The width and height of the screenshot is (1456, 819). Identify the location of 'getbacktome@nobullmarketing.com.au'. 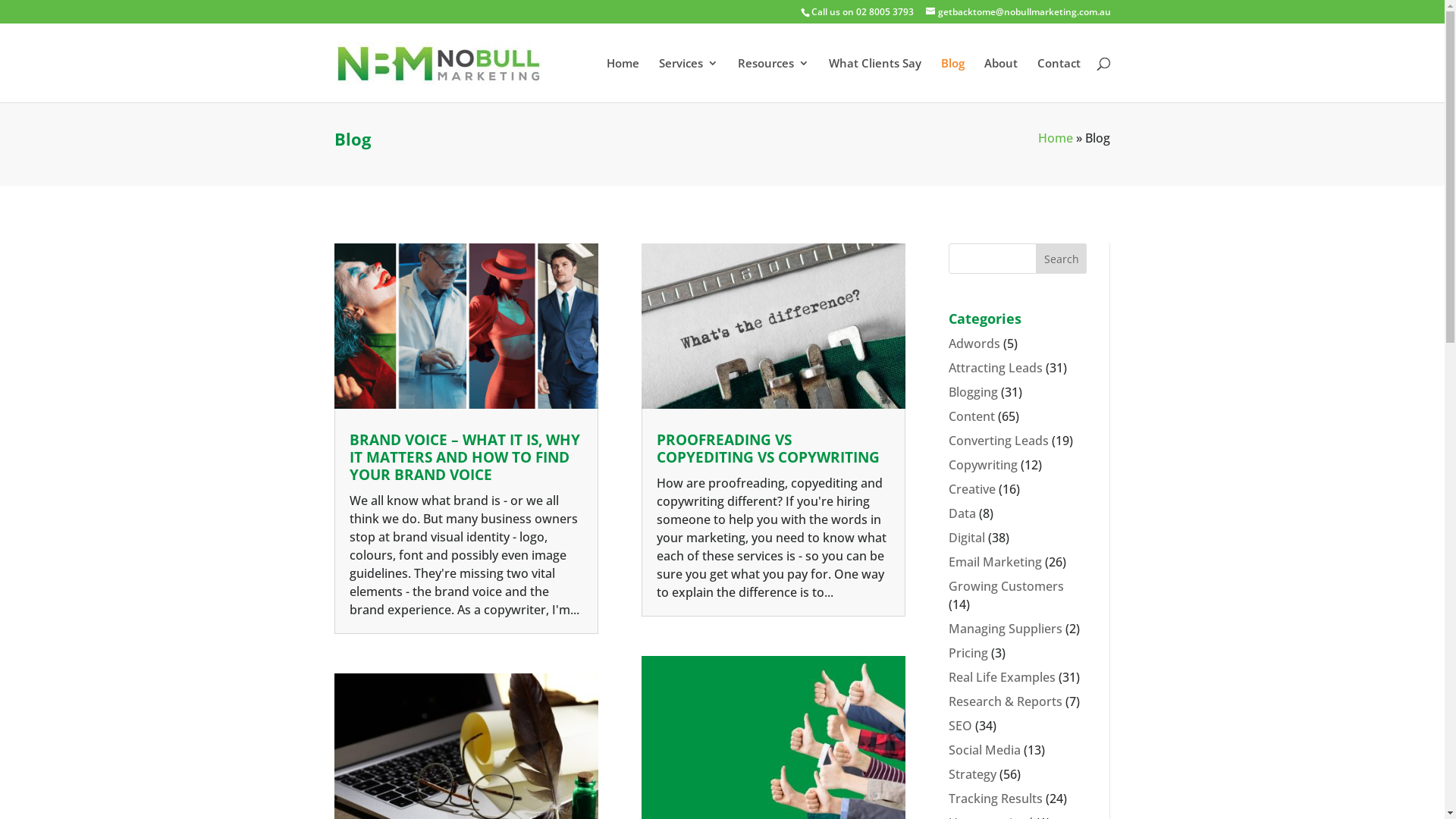
(1018, 11).